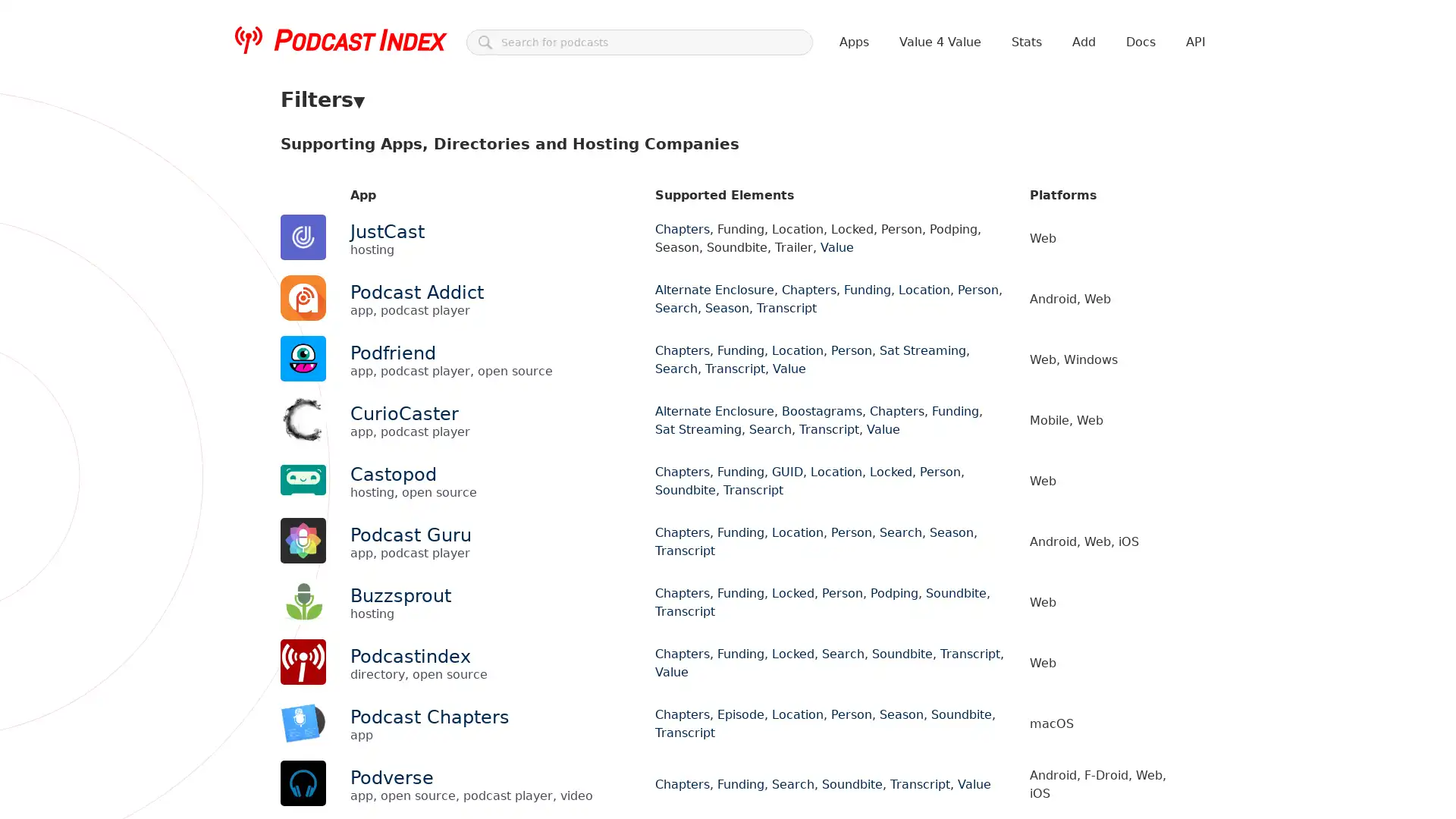  What do you see at coordinates (769, 229) in the screenshot?
I see `Location` at bounding box center [769, 229].